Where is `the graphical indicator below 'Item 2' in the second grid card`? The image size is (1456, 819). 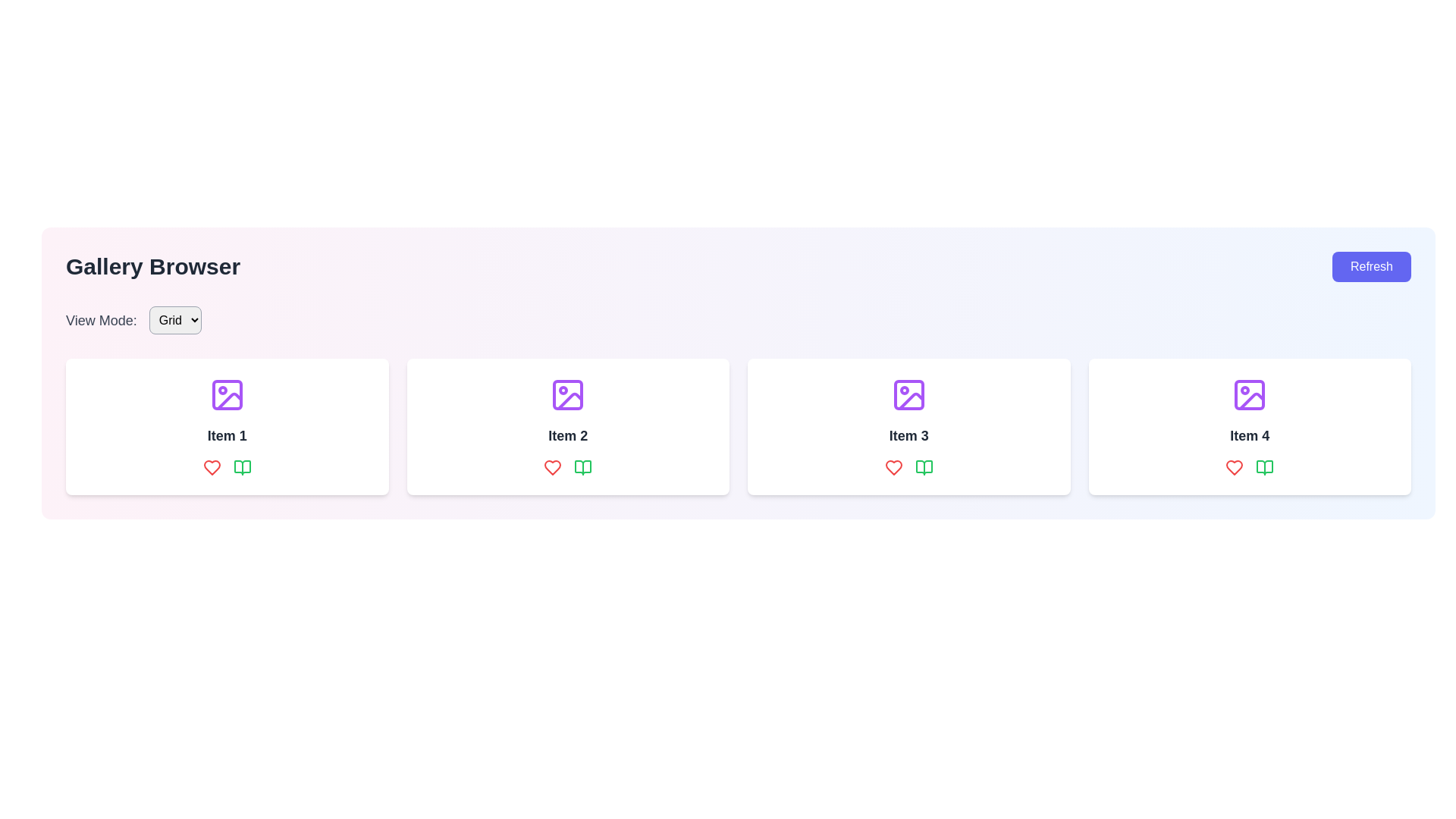 the graphical indicator below 'Item 2' in the second grid card is located at coordinates (582, 467).